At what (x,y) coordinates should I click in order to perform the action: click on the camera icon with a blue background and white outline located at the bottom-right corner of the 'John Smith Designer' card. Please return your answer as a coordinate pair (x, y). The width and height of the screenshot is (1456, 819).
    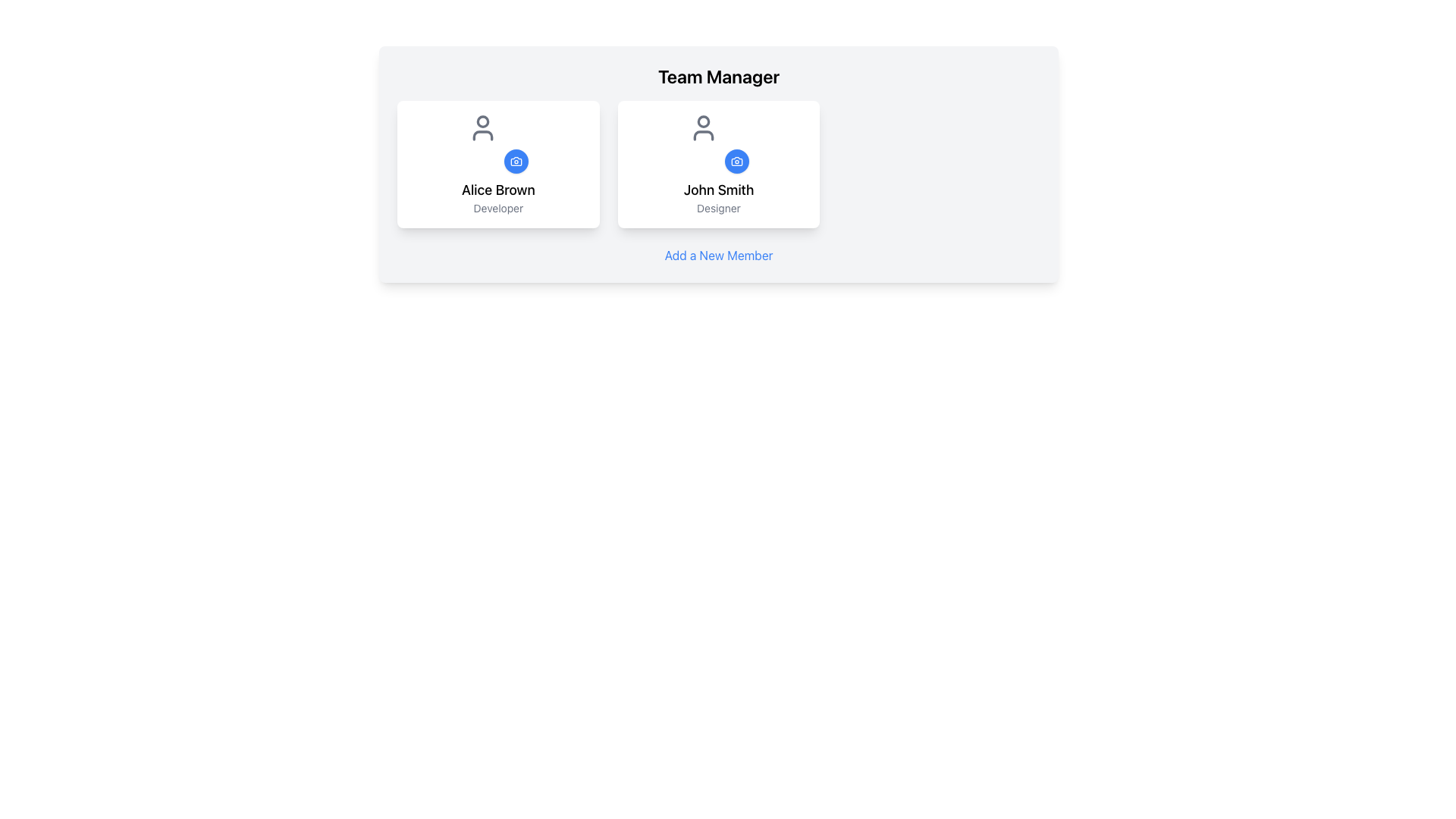
    Looking at the image, I should click on (736, 161).